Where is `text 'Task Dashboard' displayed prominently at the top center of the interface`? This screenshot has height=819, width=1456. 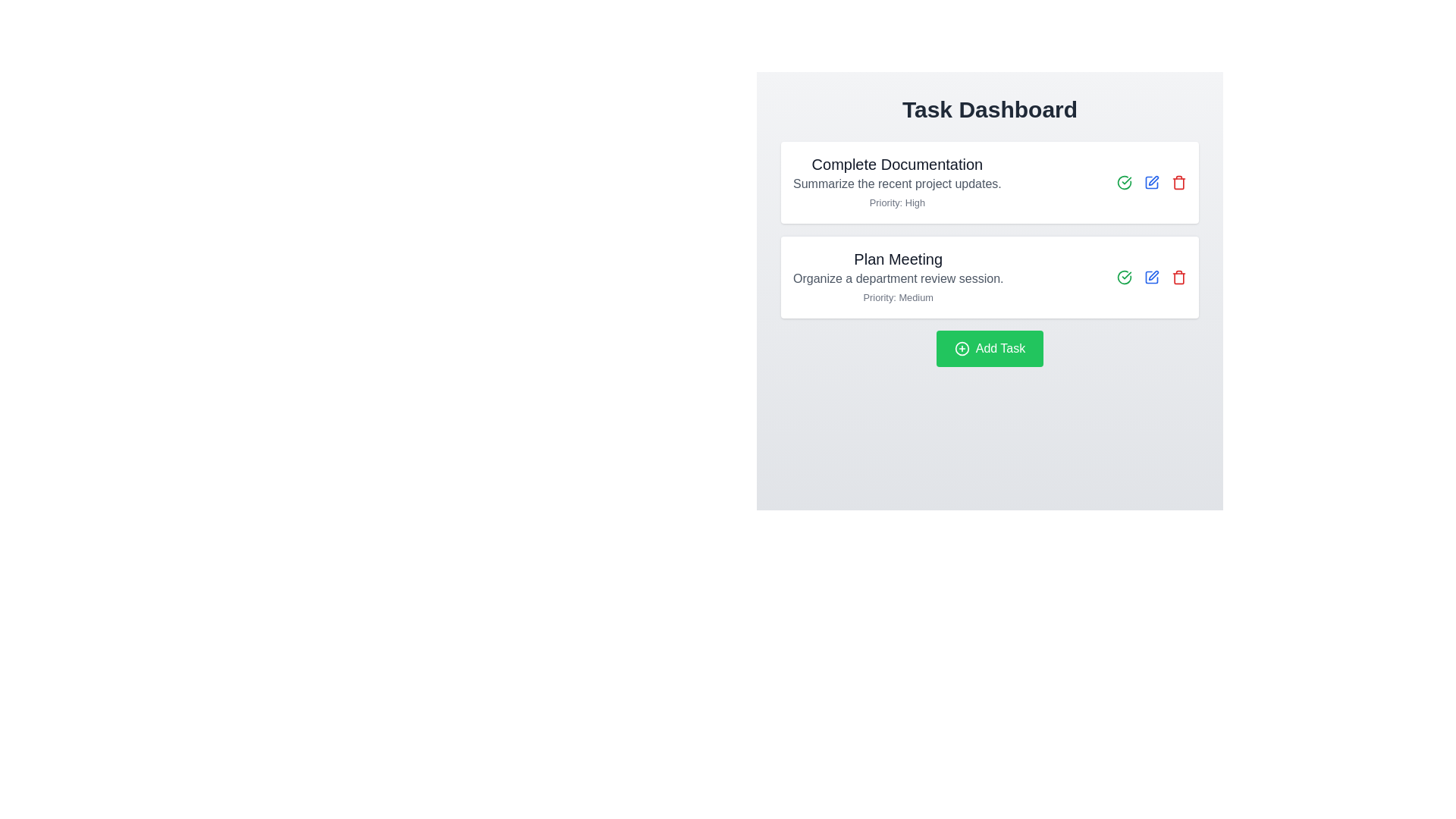 text 'Task Dashboard' displayed prominently at the top center of the interface is located at coordinates (990, 109).